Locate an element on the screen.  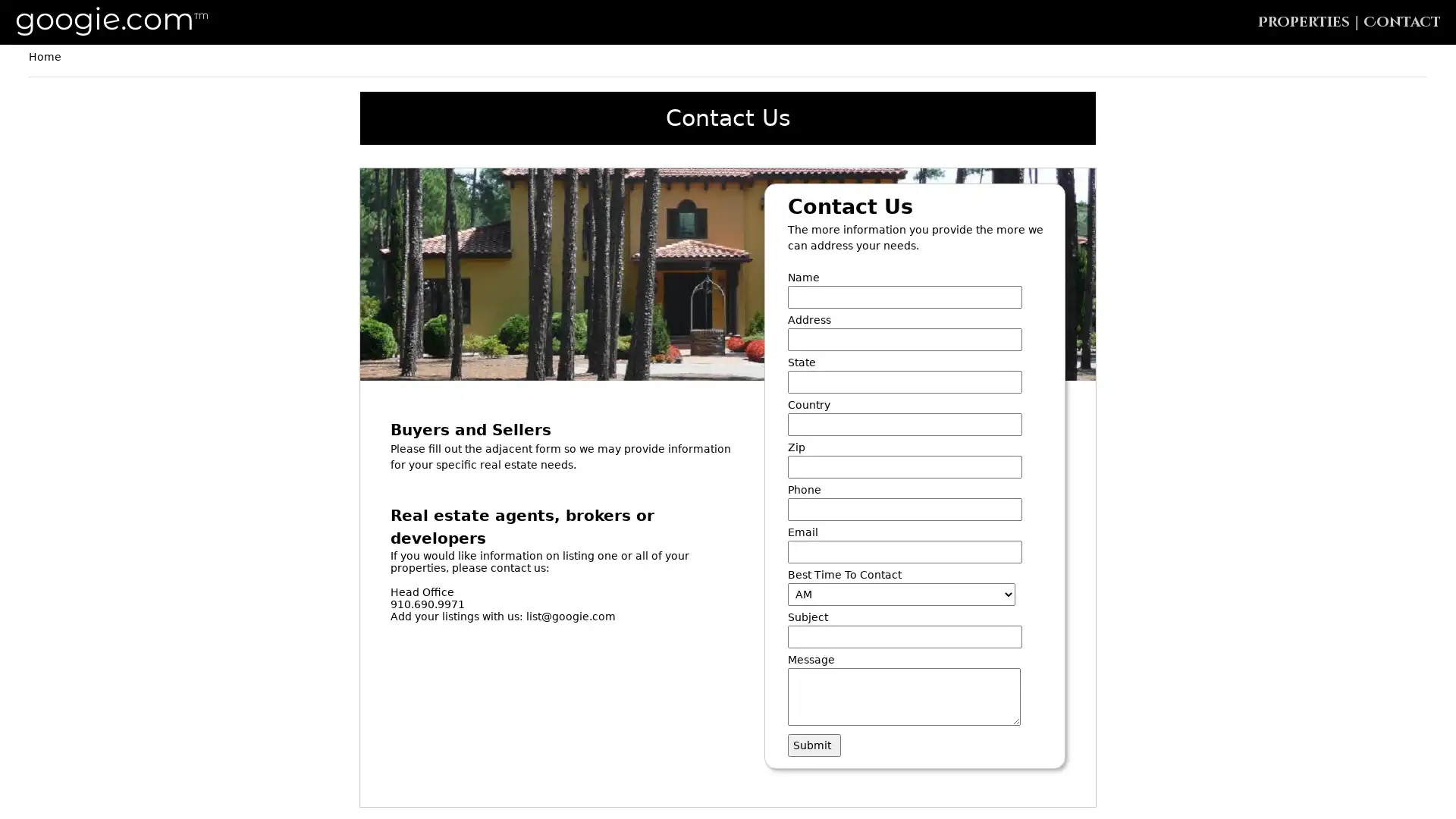
Submit is located at coordinates (814, 745).